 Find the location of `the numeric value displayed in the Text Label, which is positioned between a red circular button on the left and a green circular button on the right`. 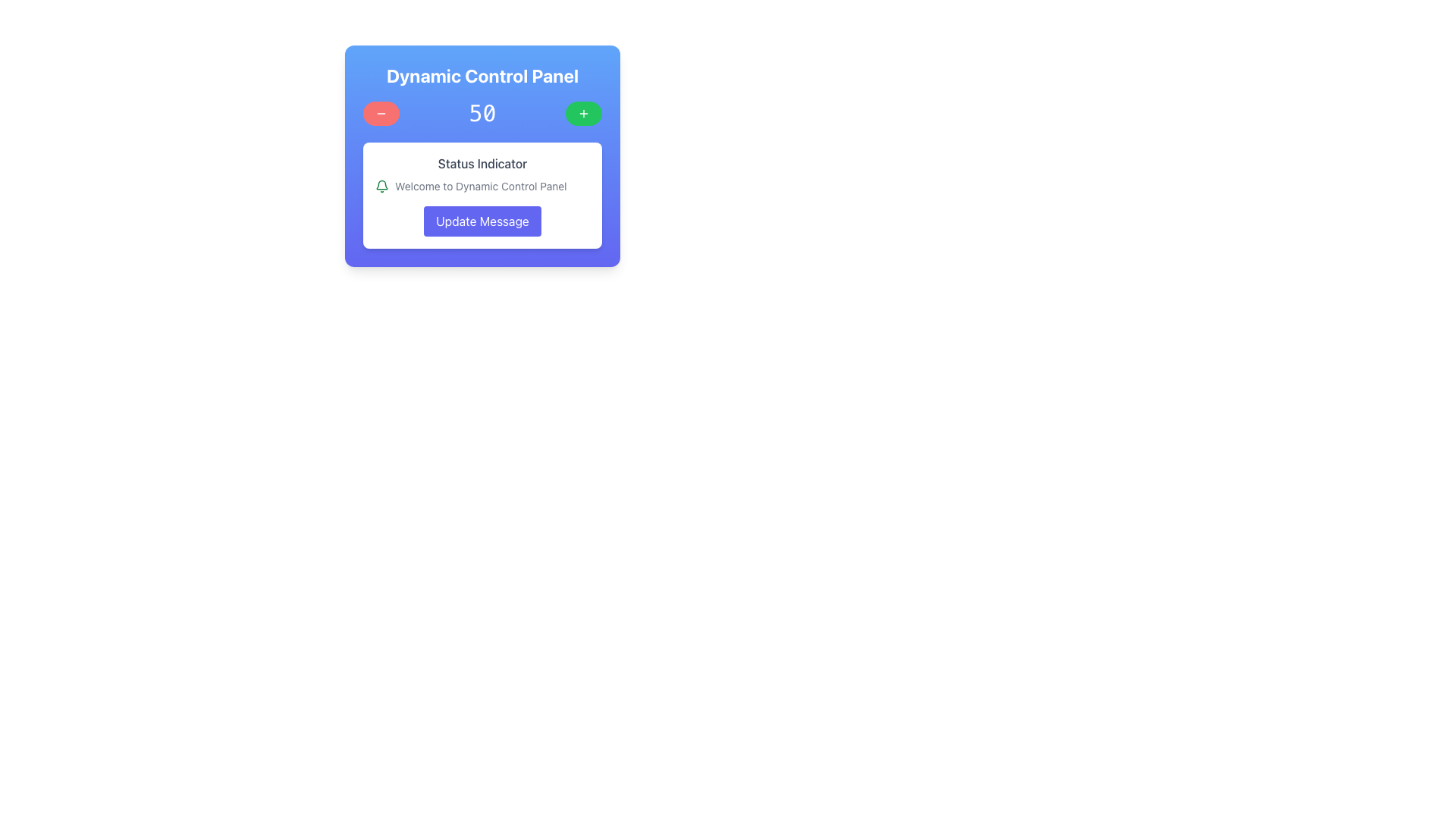

the numeric value displayed in the Text Label, which is positioned between a red circular button on the left and a green circular button on the right is located at coordinates (482, 113).